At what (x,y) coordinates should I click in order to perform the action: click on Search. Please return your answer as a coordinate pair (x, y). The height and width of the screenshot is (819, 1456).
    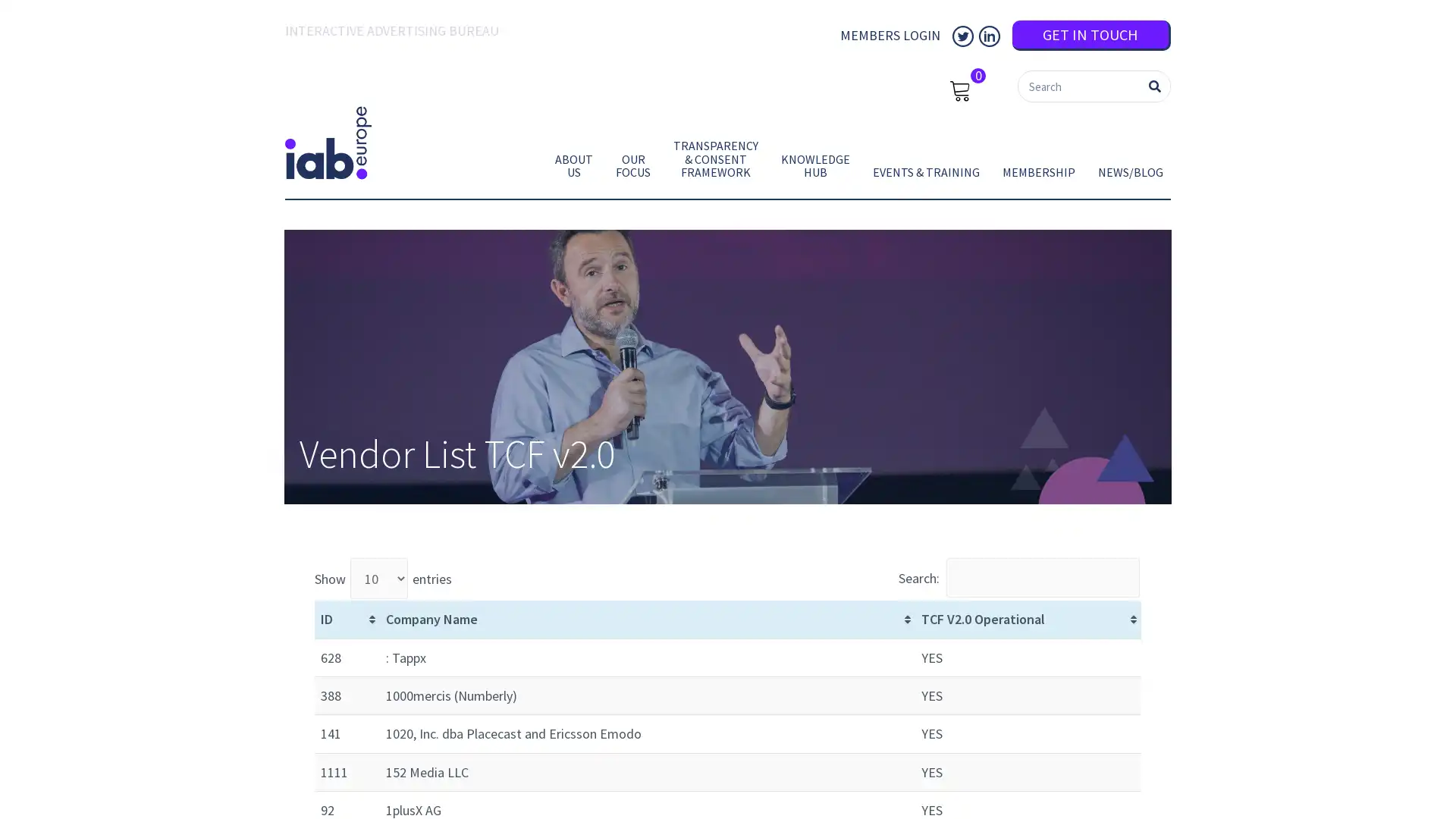
    Looking at the image, I should click on (1153, 86).